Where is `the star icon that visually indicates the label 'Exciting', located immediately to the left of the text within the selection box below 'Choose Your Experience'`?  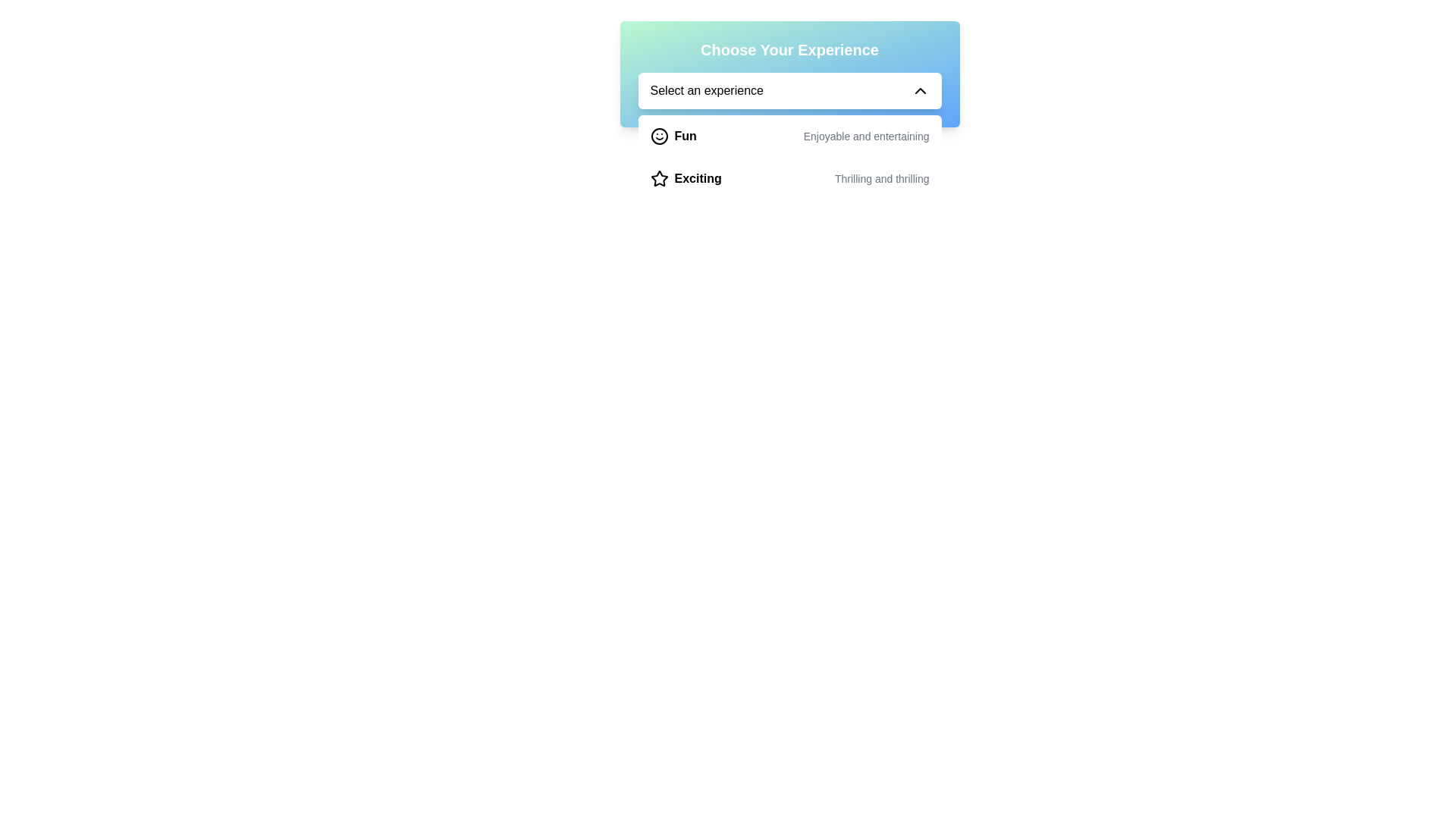 the star icon that visually indicates the label 'Exciting', located immediately to the left of the text within the selection box below 'Choose Your Experience' is located at coordinates (659, 177).